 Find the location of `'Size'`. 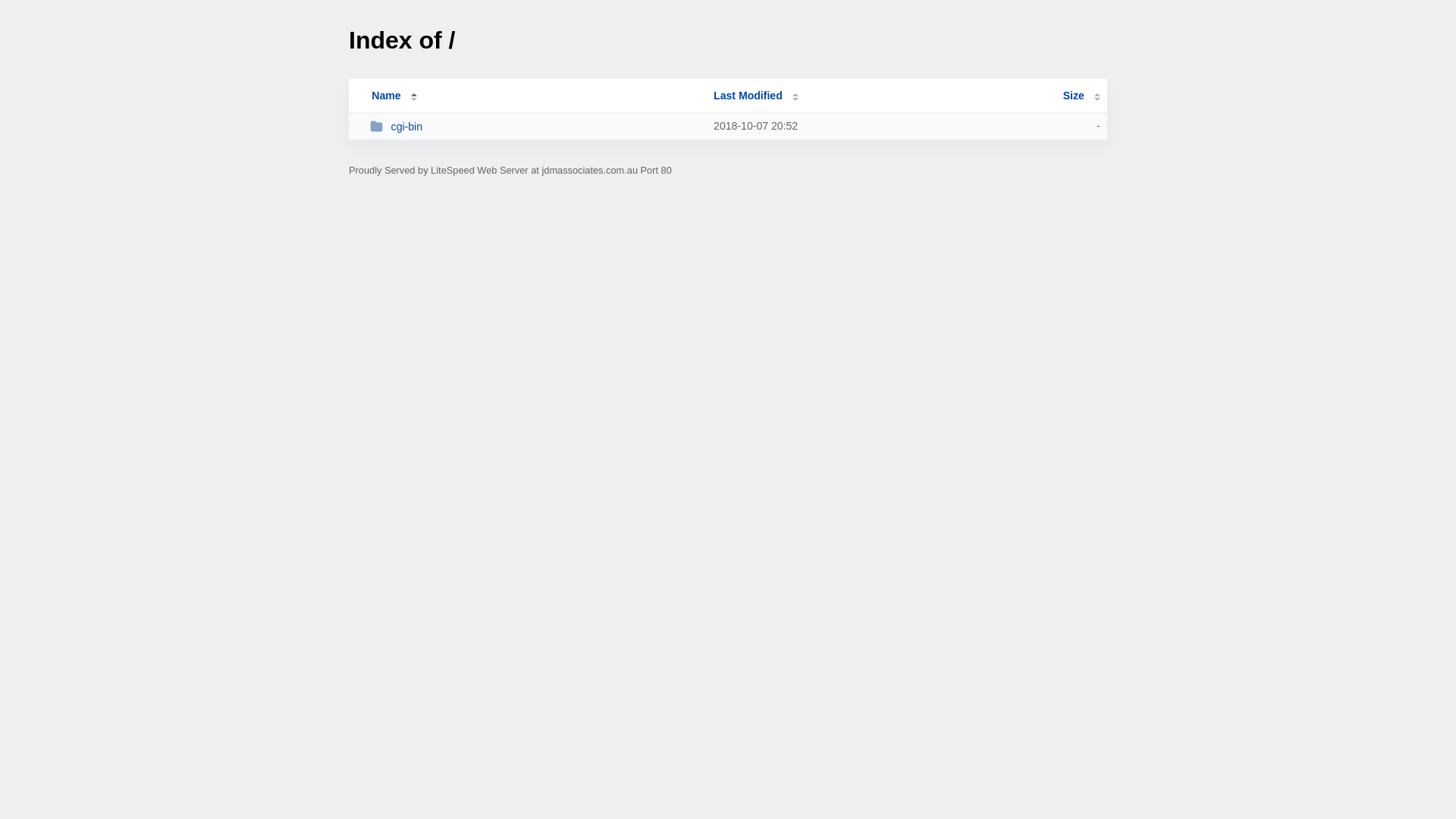

'Size' is located at coordinates (1081, 96).